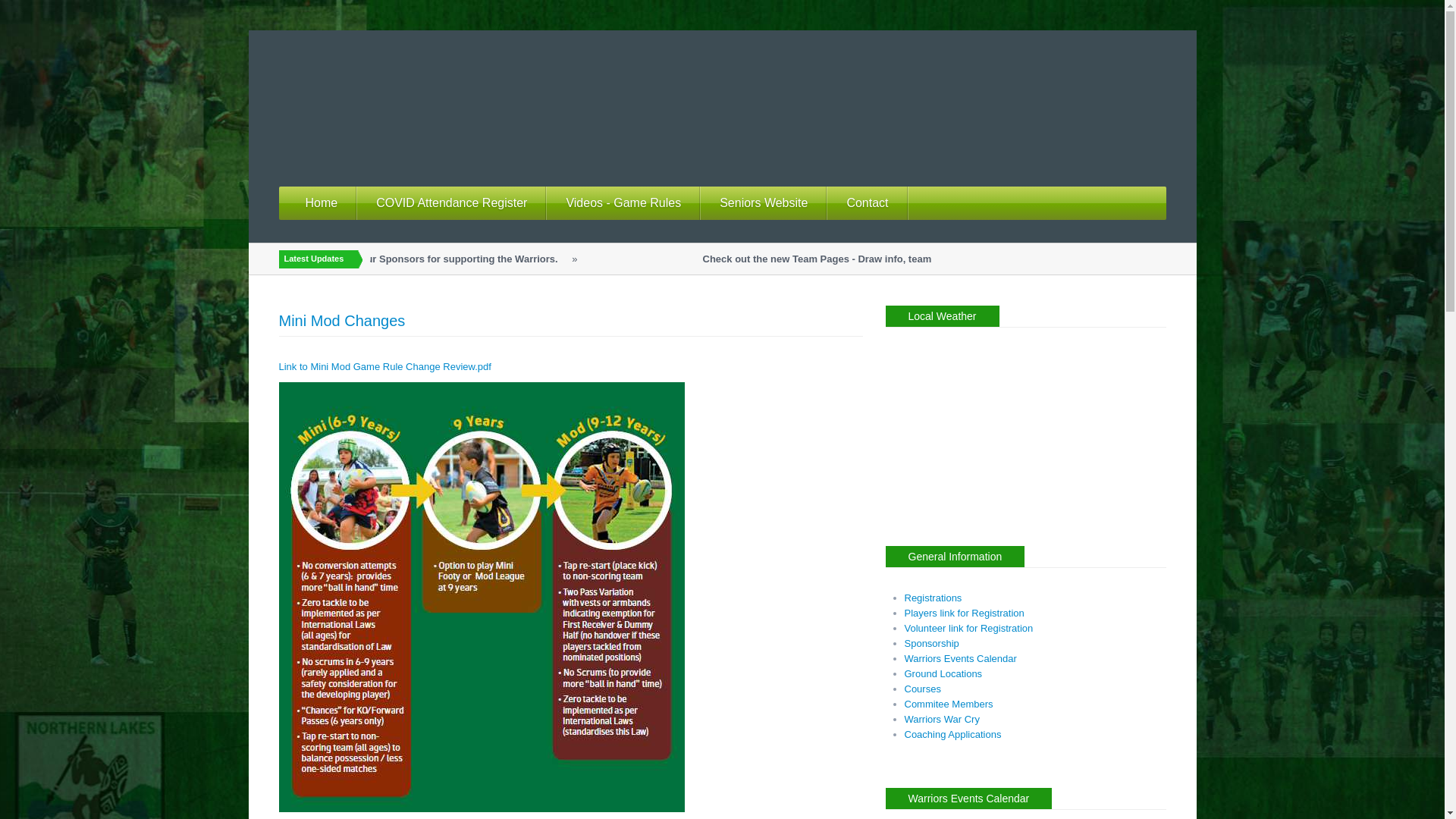 Image resolution: width=1456 pixels, height=819 pixels. What do you see at coordinates (867, 202) in the screenshot?
I see `'Contact'` at bounding box center [867, 202].